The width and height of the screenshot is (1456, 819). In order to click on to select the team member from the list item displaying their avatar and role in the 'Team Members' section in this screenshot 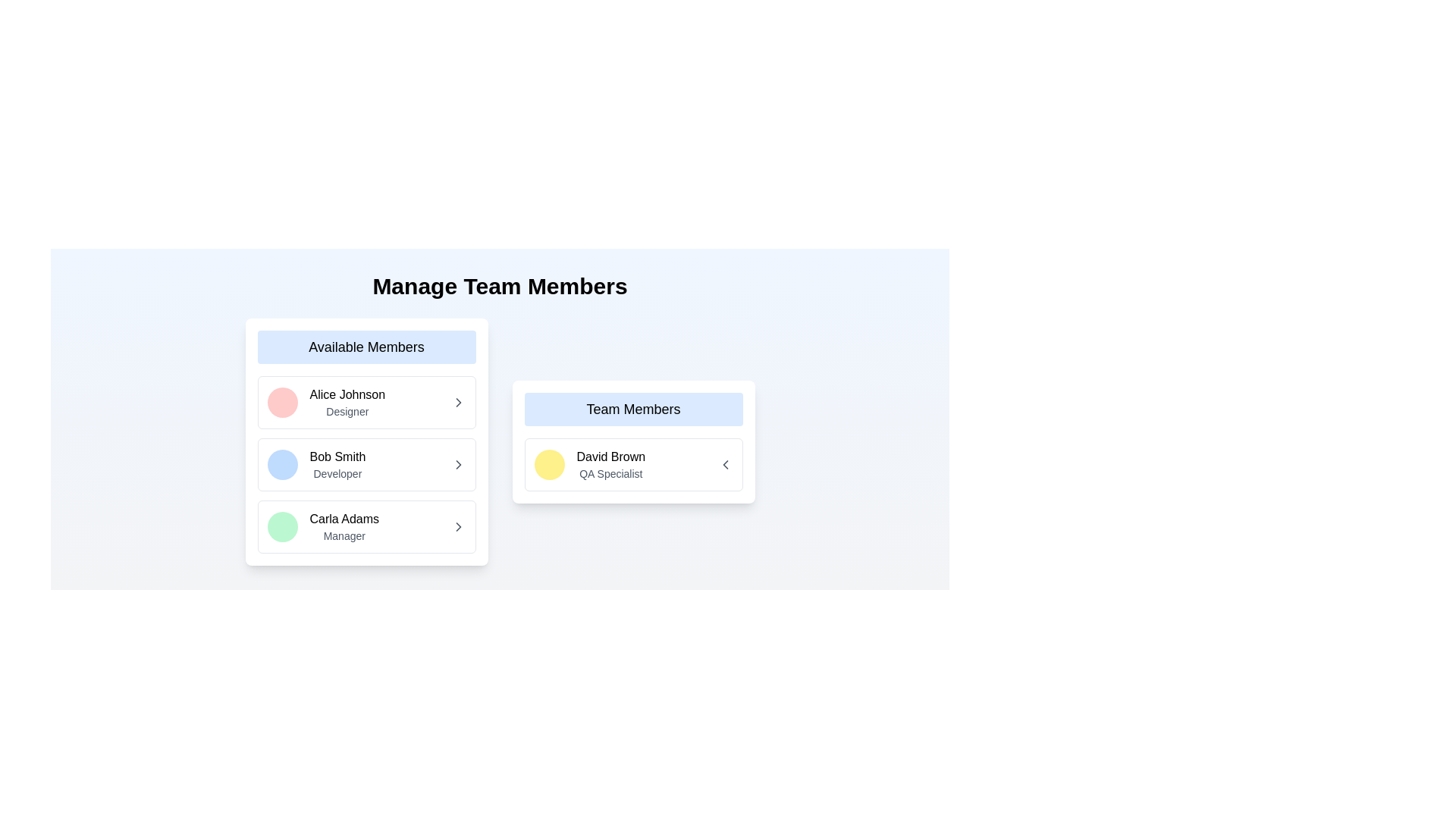, I will do `click(588, 464)`.